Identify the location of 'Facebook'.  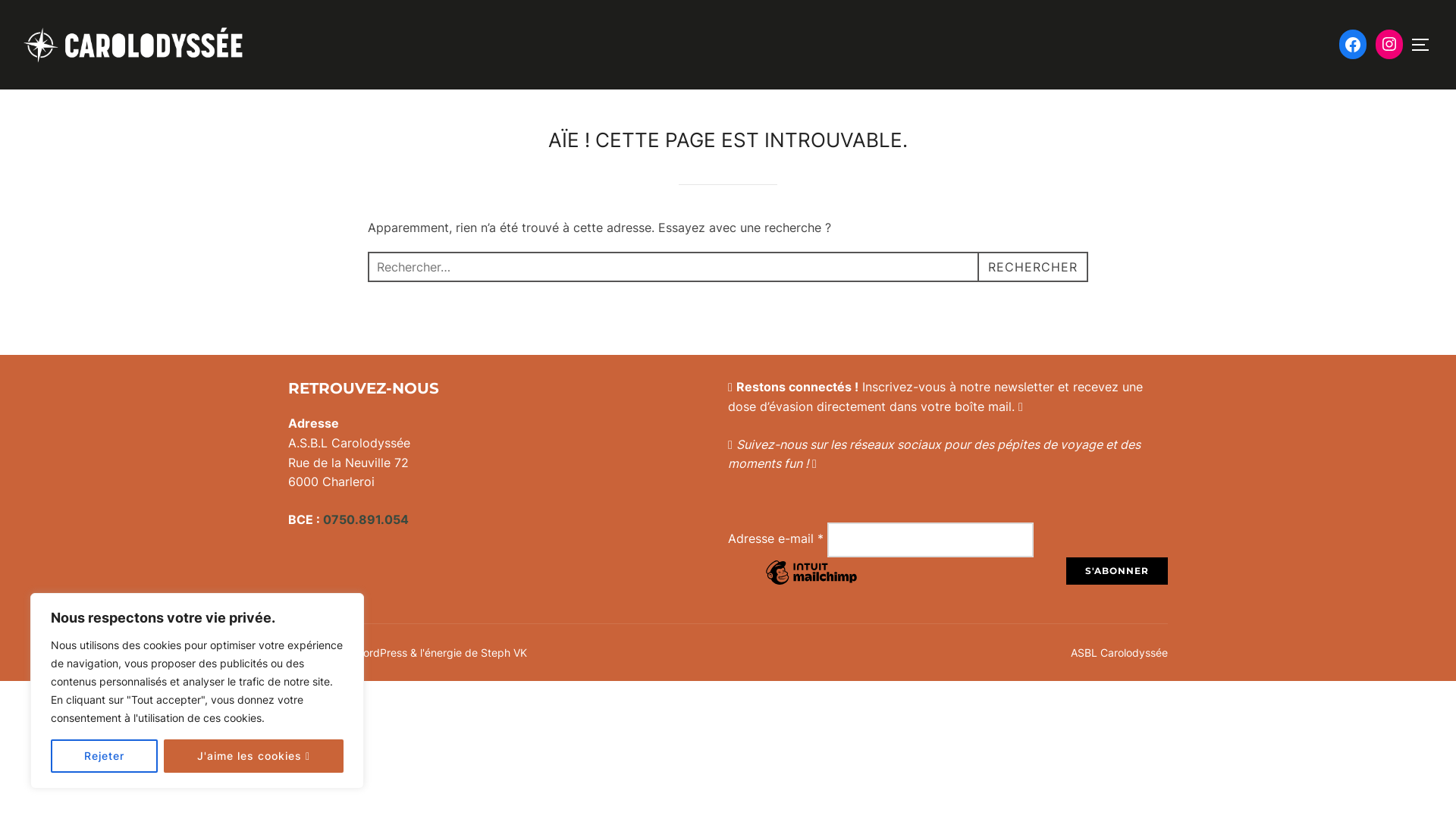
(1353, 43).